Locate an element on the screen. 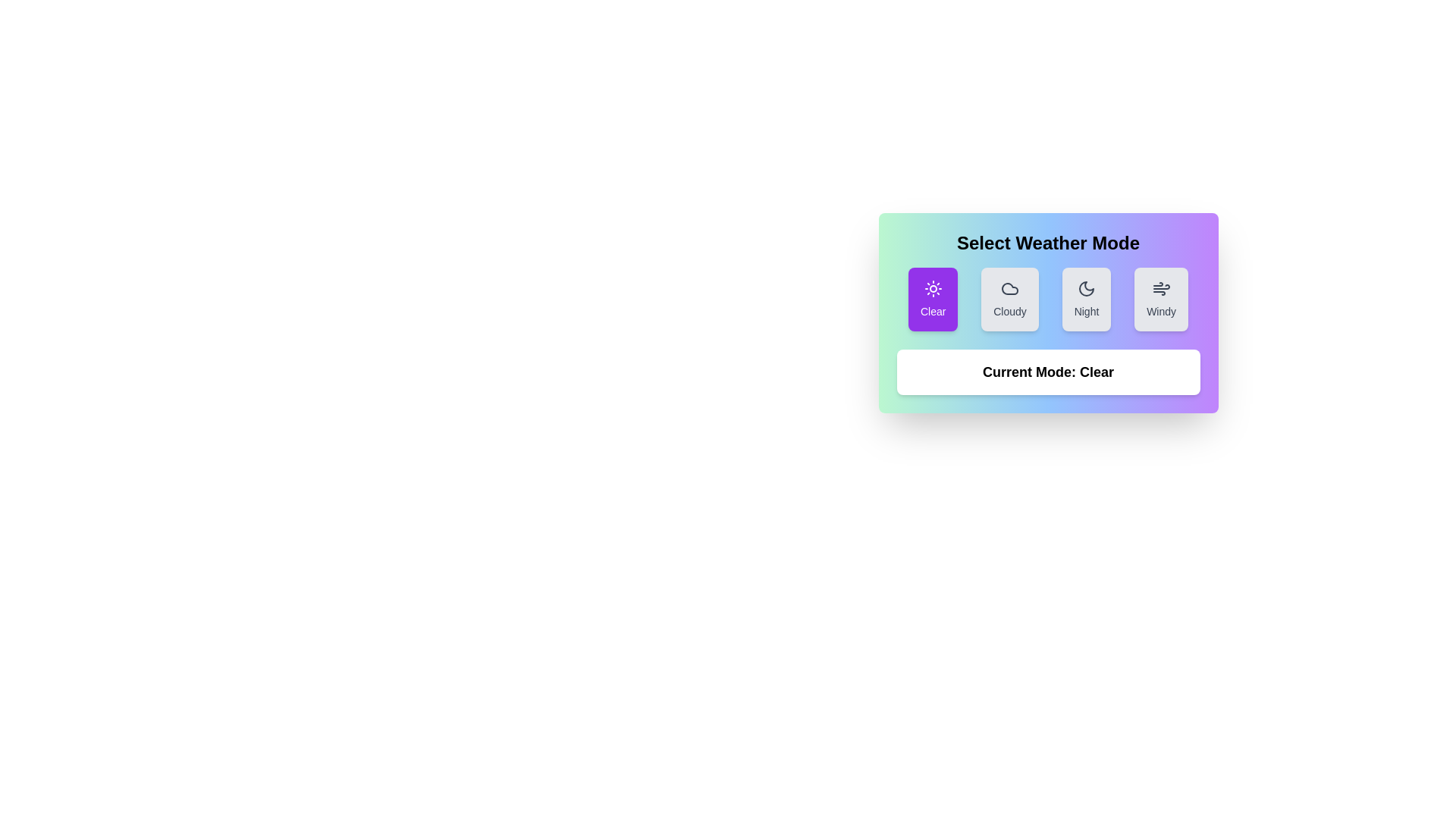  the sun icon with rays, which is styled as a vector graphic within a circular boundary and is located on the top-left section of the purple button labeled 'Clear' is located at coordinates (932, 289).